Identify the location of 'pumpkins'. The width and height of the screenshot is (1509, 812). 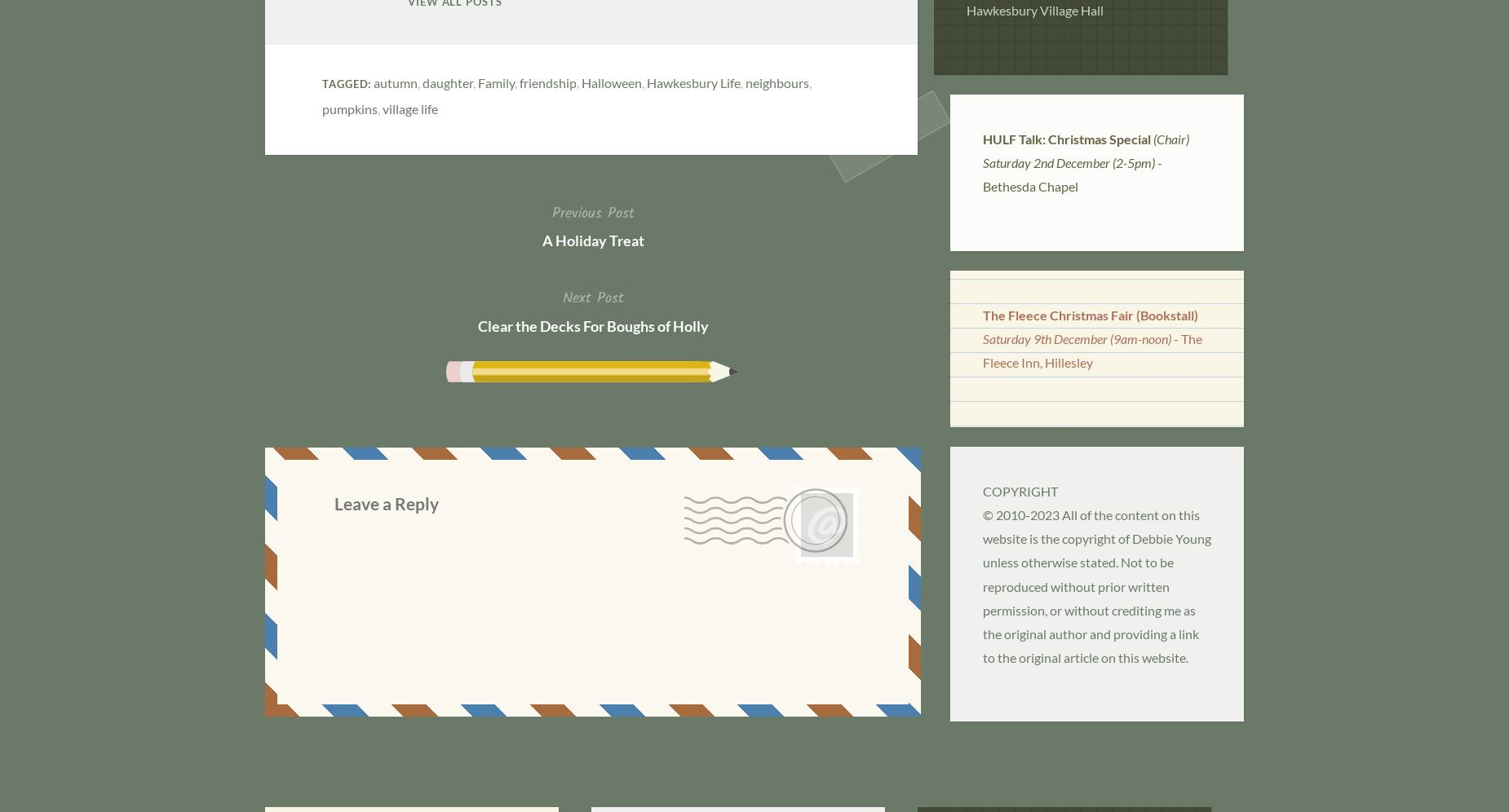
(349, 108).